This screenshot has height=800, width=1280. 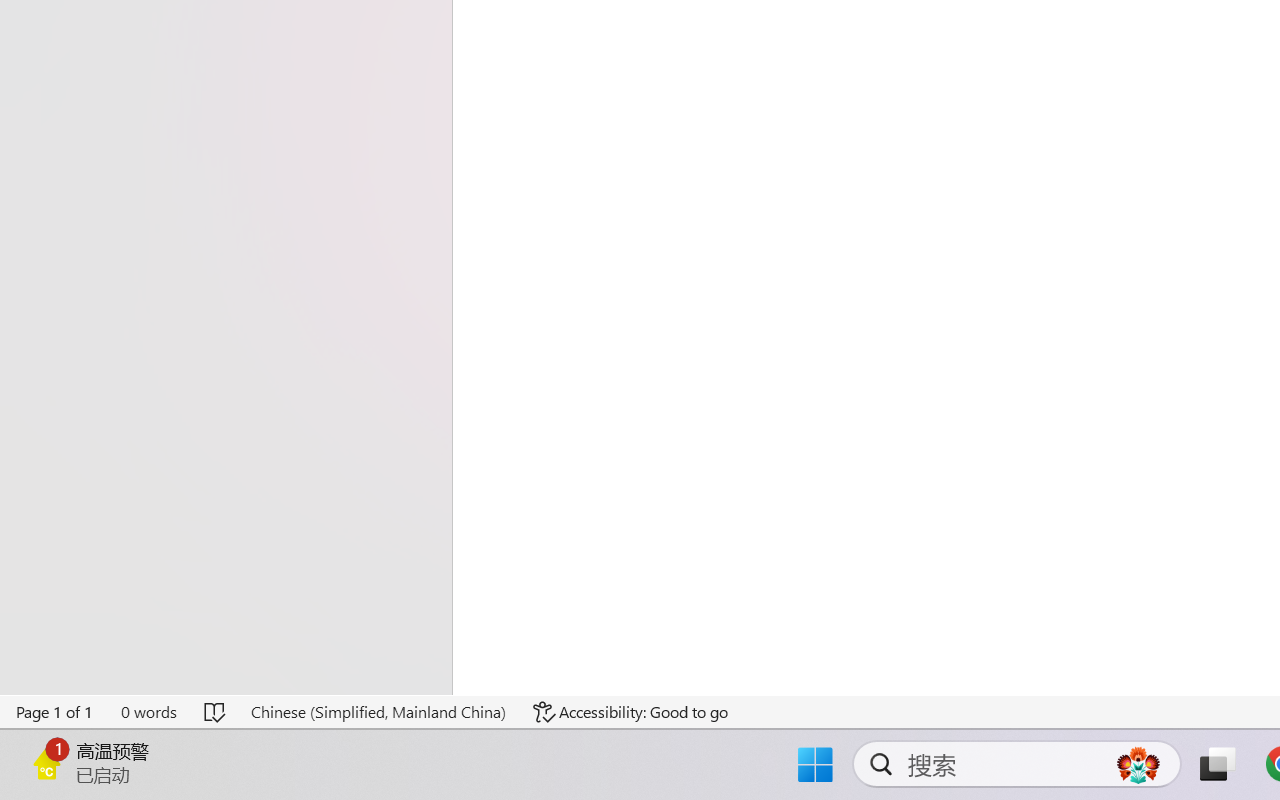 What do you see at coordinates (378, 711) in the screenshot?
I see `'Language Chinese (Simplified, Mainland China)'` at bounding box center [378, 711].